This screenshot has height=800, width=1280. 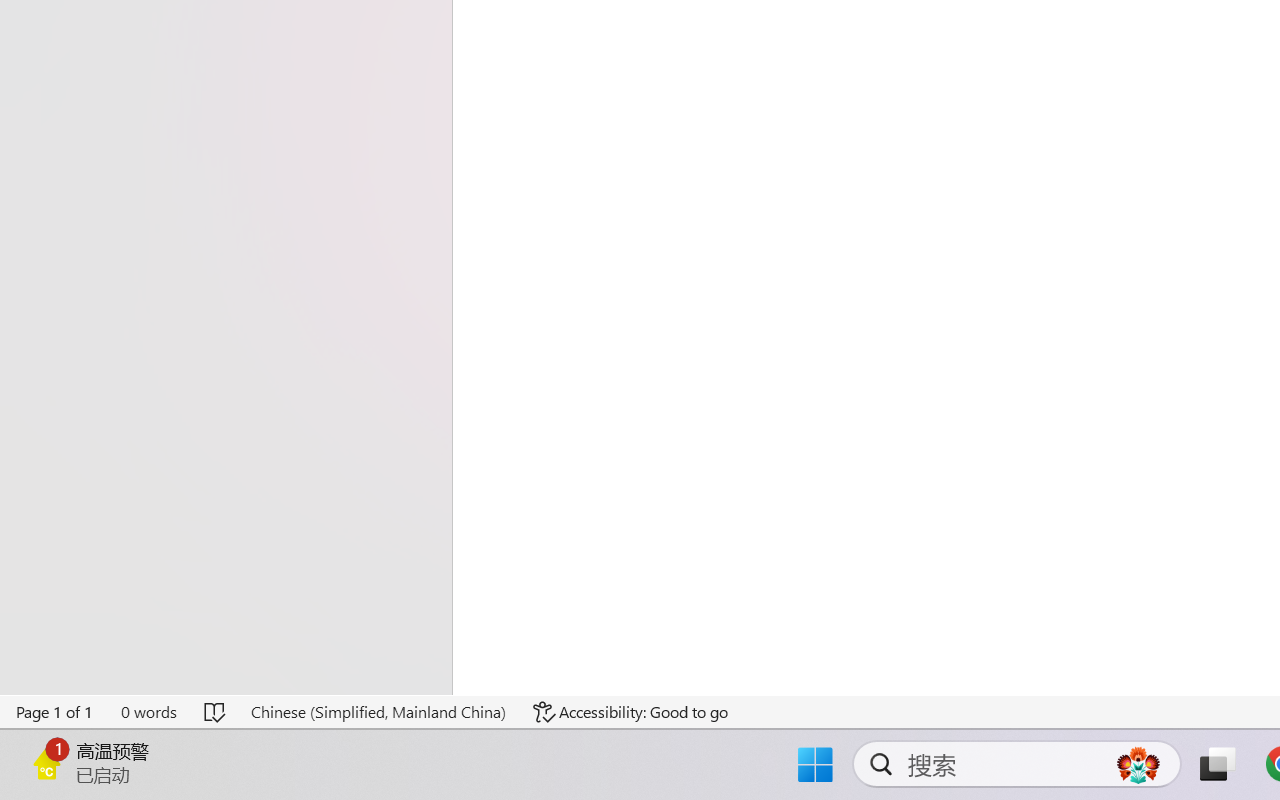 What do you see at coordinates (378, 711) in the screenshot?
I see `'Language Chinese (Simplified, Mainland China)'` at bounding box center [378, 711].